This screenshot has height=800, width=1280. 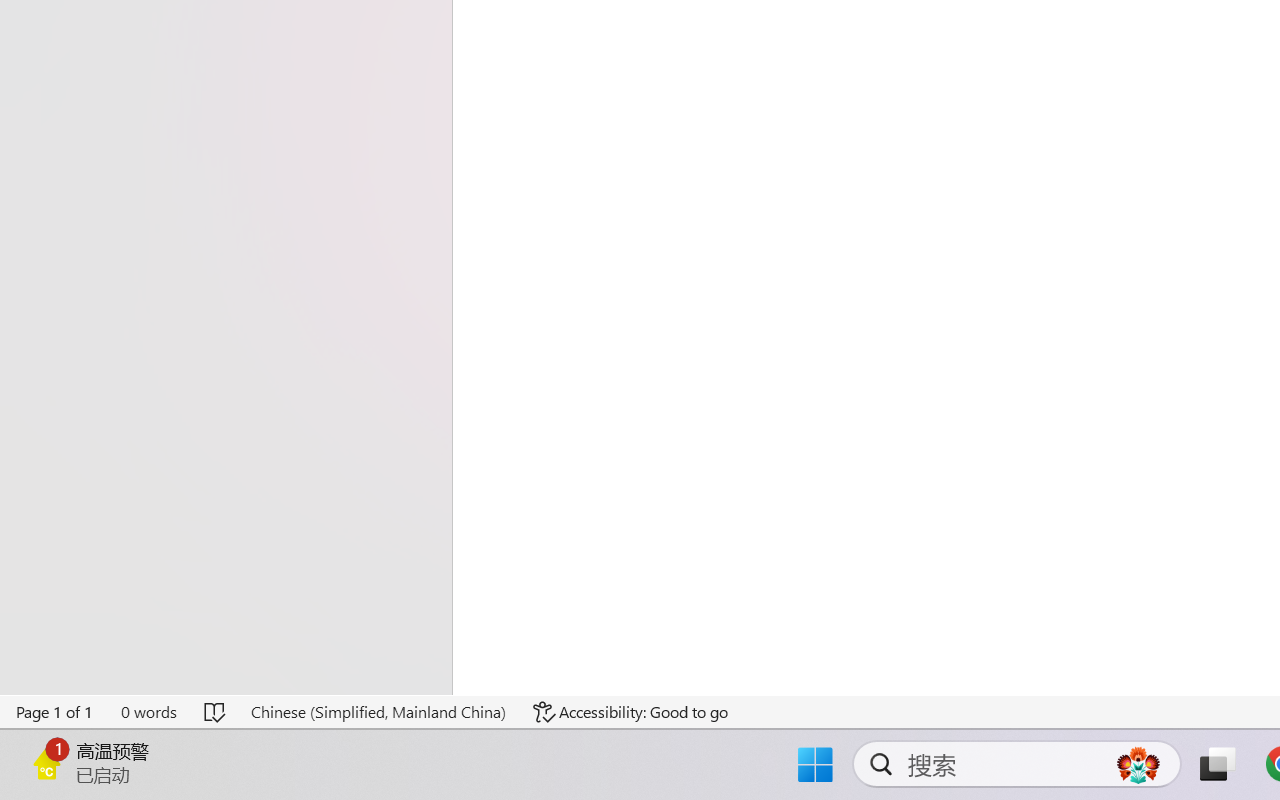 What do you see at coordinates (378, 711) in the screenshot?
I see `'Language Chinese (Simplified, Mainland China)'` at bounding box center [378, 711].